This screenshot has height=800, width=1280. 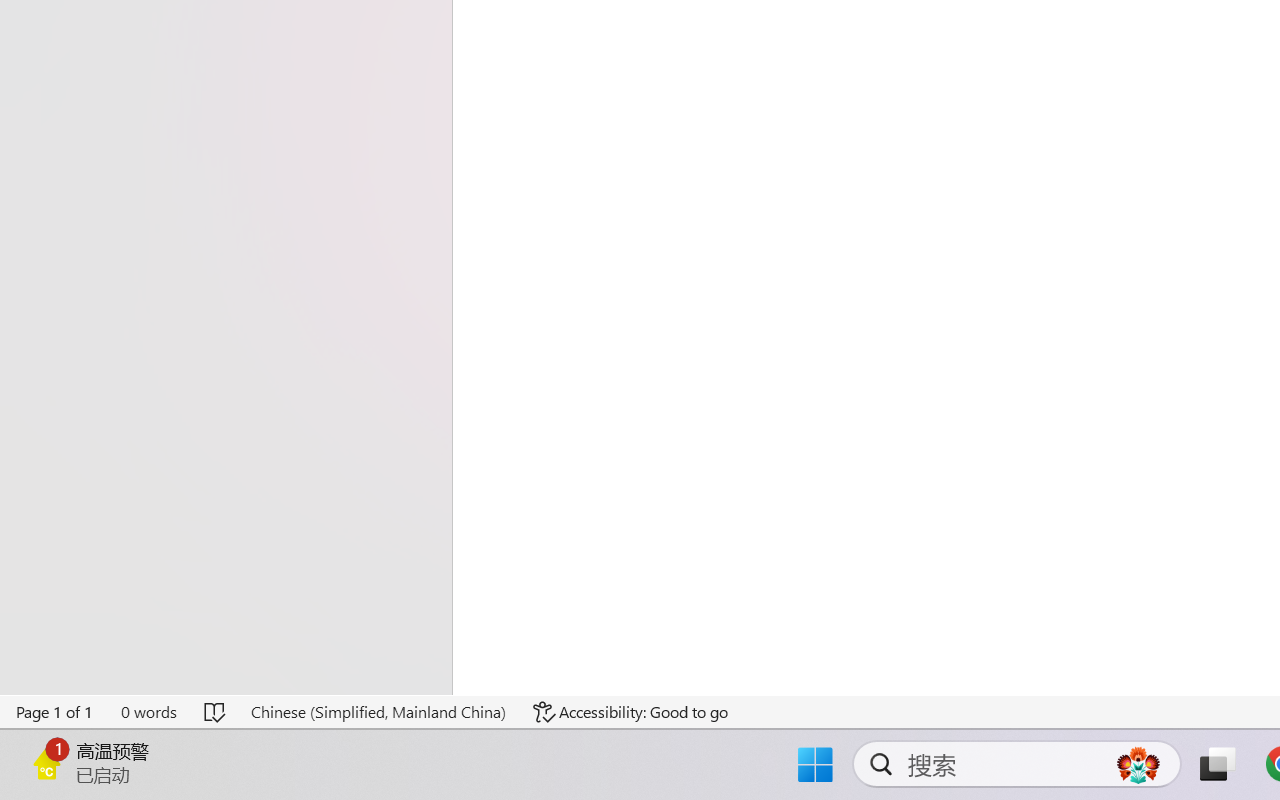 What do you see at coordinates (378, 711) in the screenshot?
I see `'Language Chinese (Simplified, Mainland China)'` at bounding box center [378, 711].